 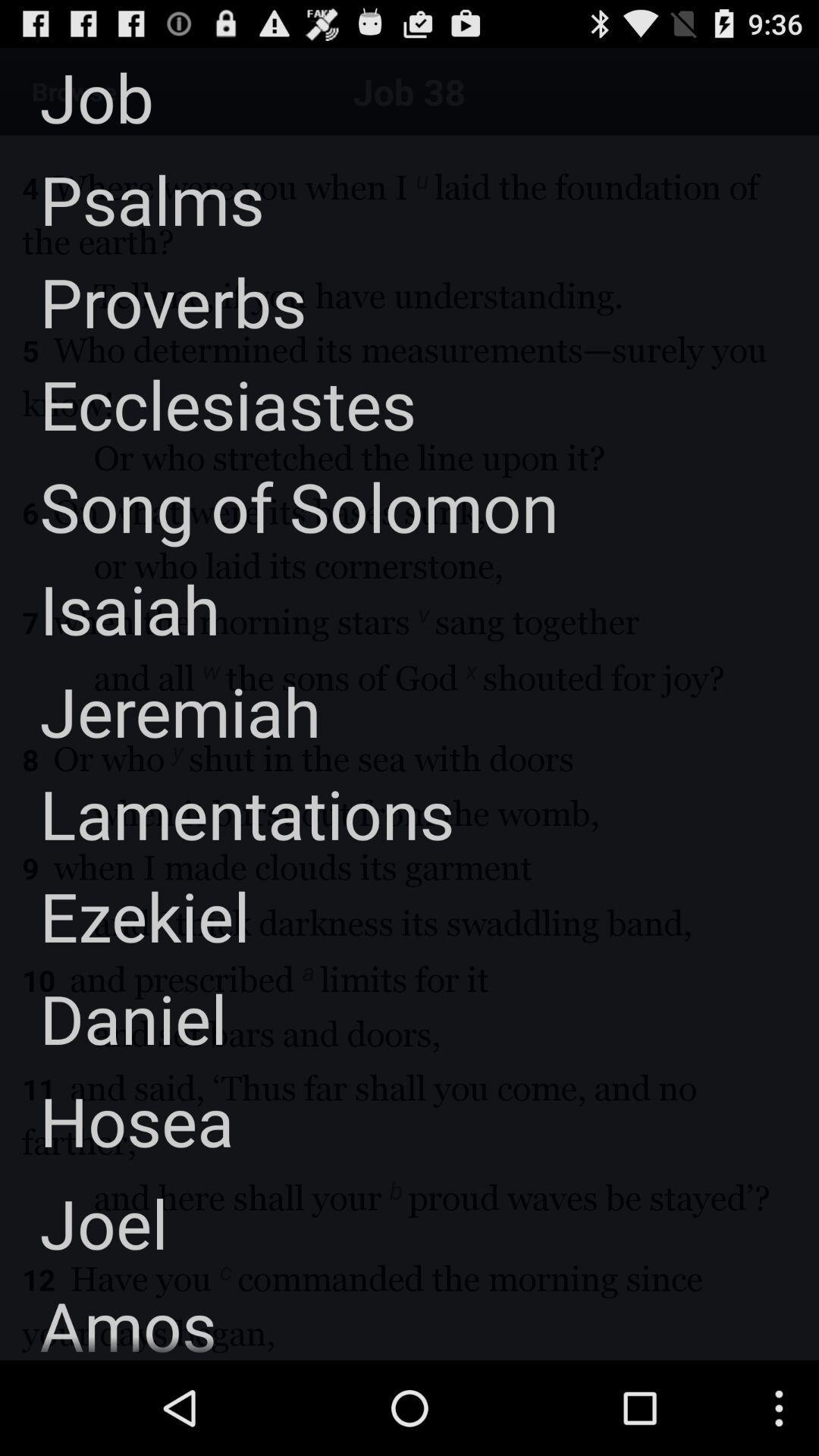 What do you see at coordinates (116, 1120) in the screenshot?
I see `the app below the daniel` at bounding box center [116, 1120].